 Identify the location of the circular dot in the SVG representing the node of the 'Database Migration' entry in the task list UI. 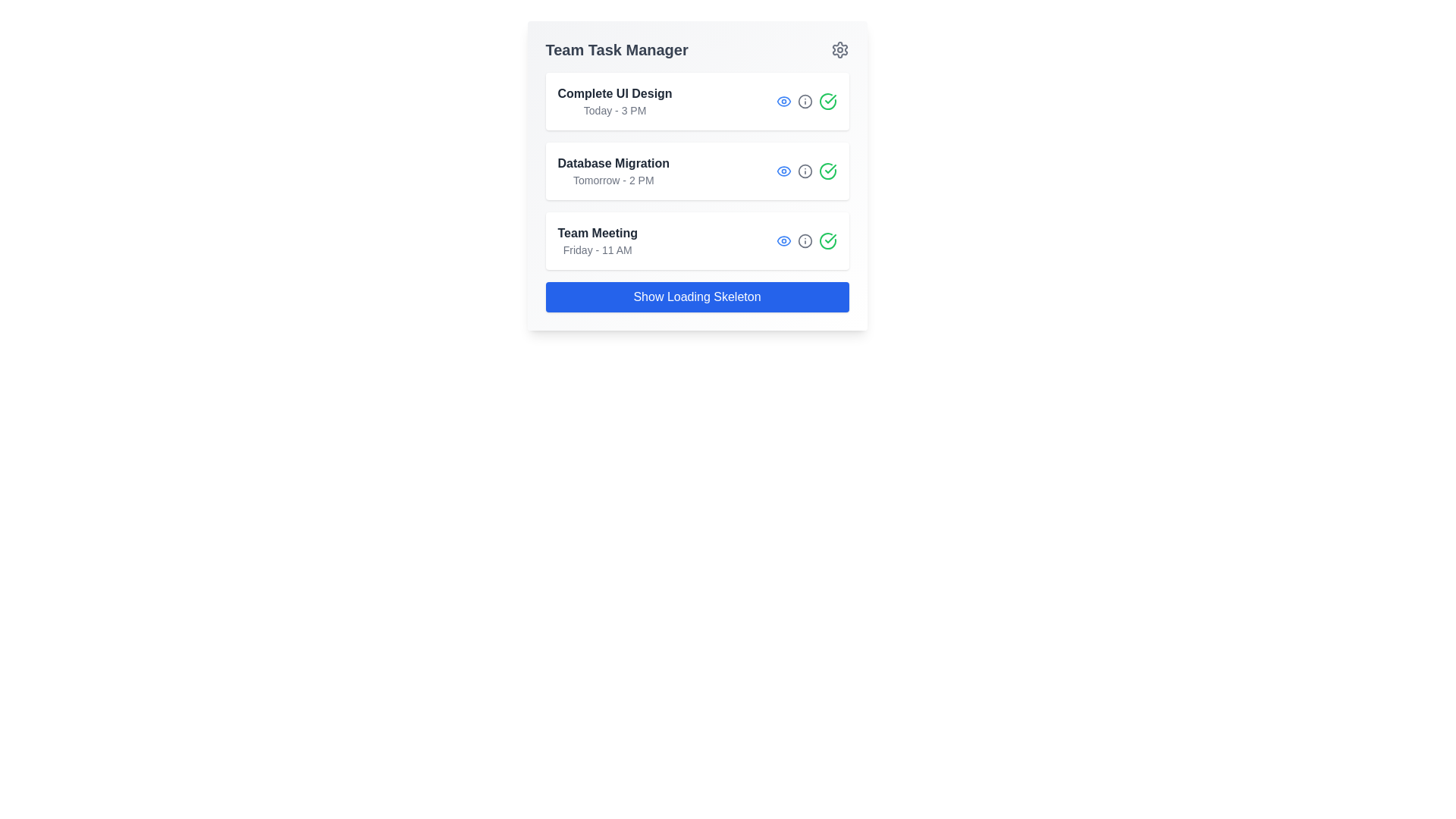
(804, 102).